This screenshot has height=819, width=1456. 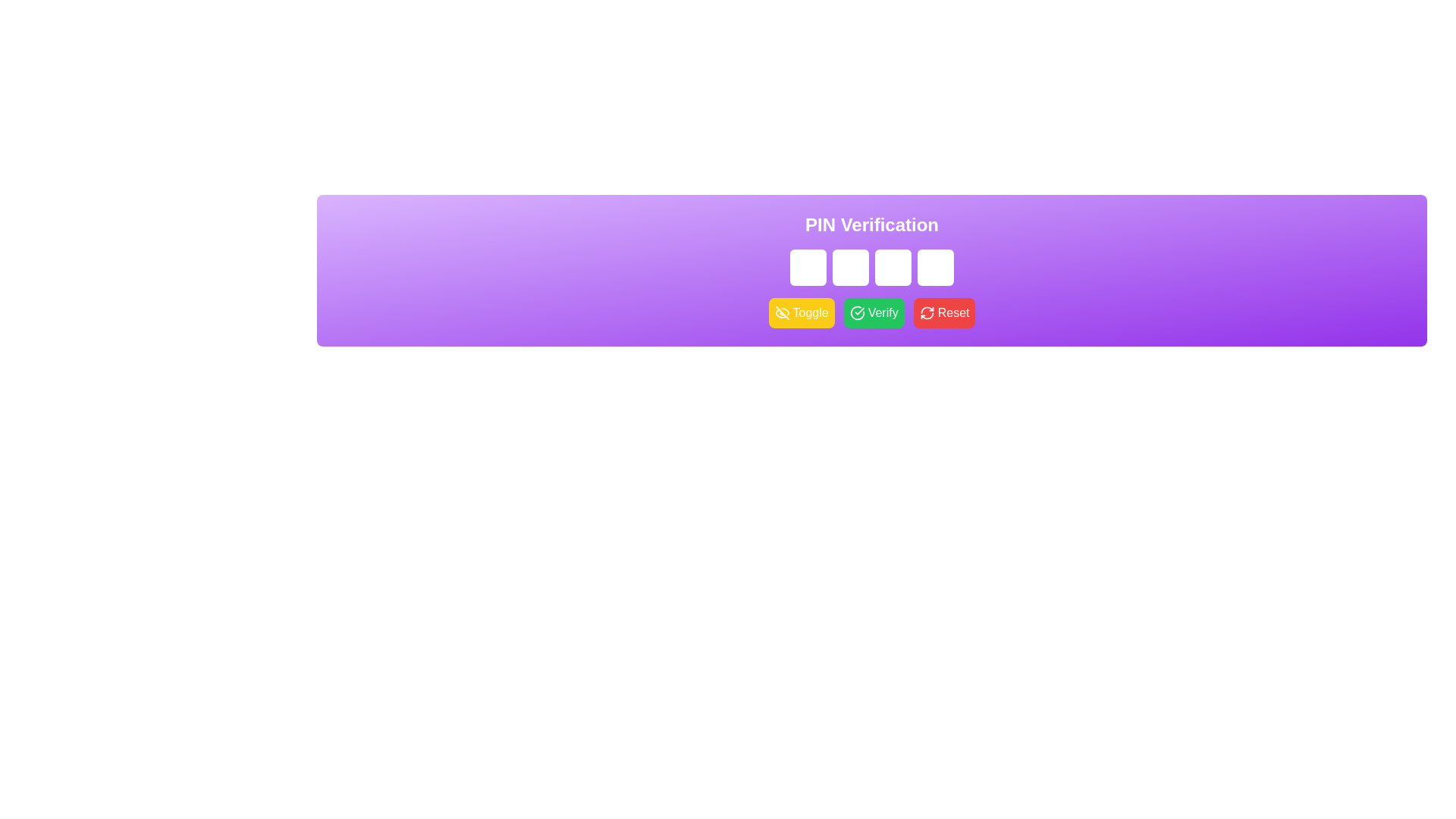 I want to click on the green 'Verify' button with white text and a checkmark icon, which is the second button in a horizontal group of three buttons below the PIN input field, so click(x=874, y=312).